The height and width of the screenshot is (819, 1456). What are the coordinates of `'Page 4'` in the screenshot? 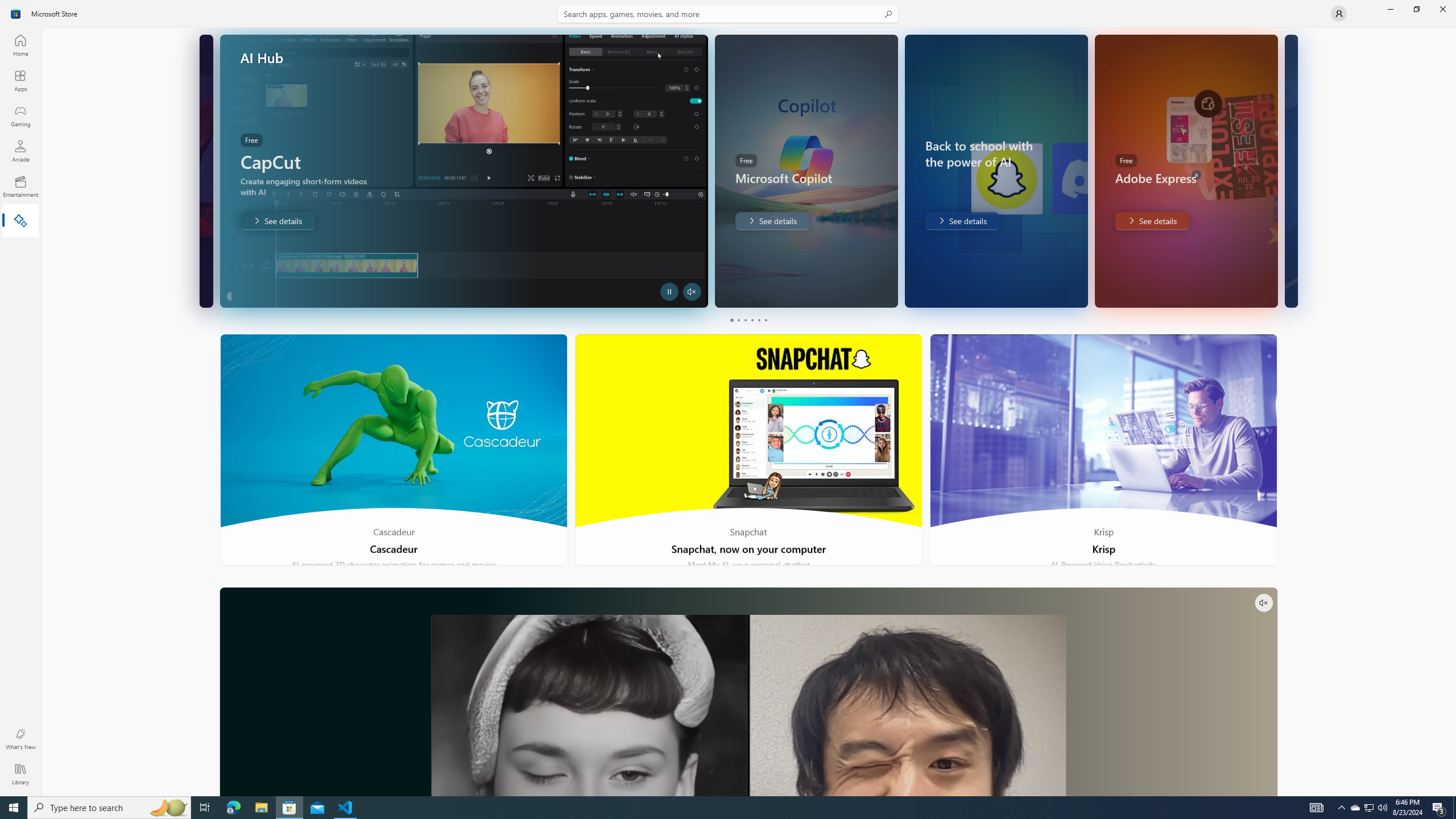 It's located at (751, 320).